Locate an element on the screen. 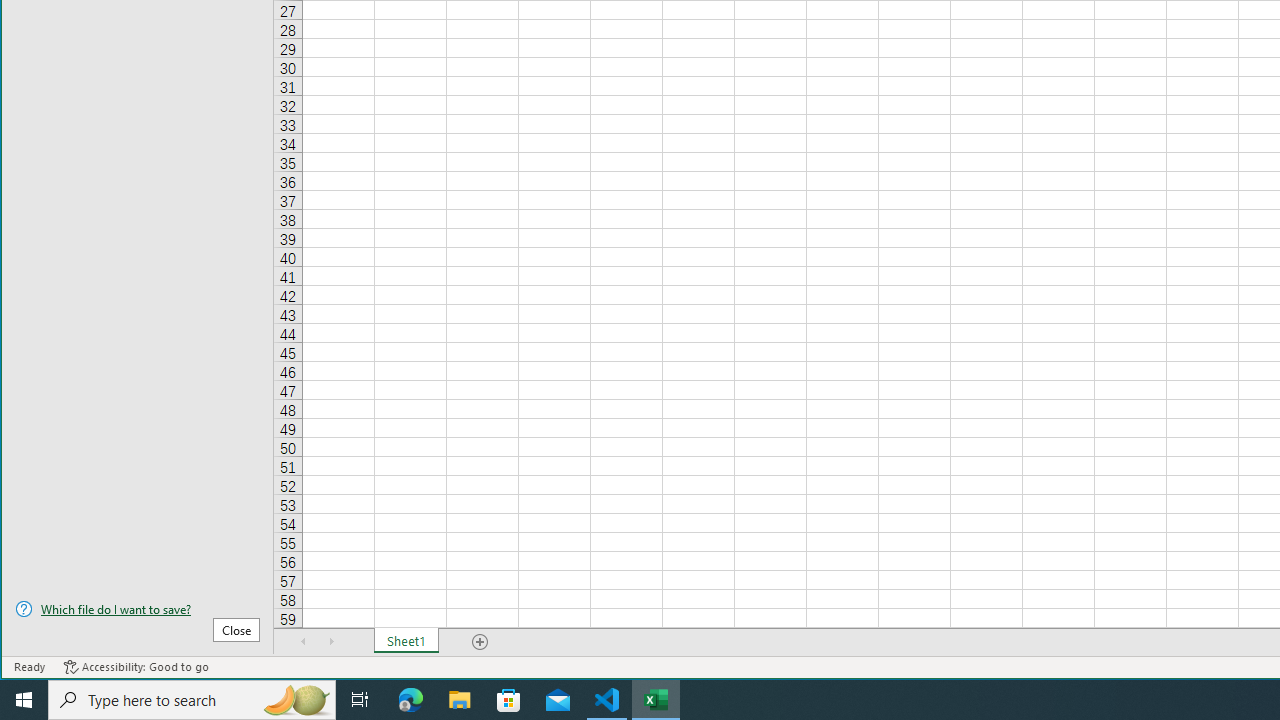 The height and width of the screenshot is (720, 1280). 'Excel - 1 running window' is located at coordinates (656, 698).